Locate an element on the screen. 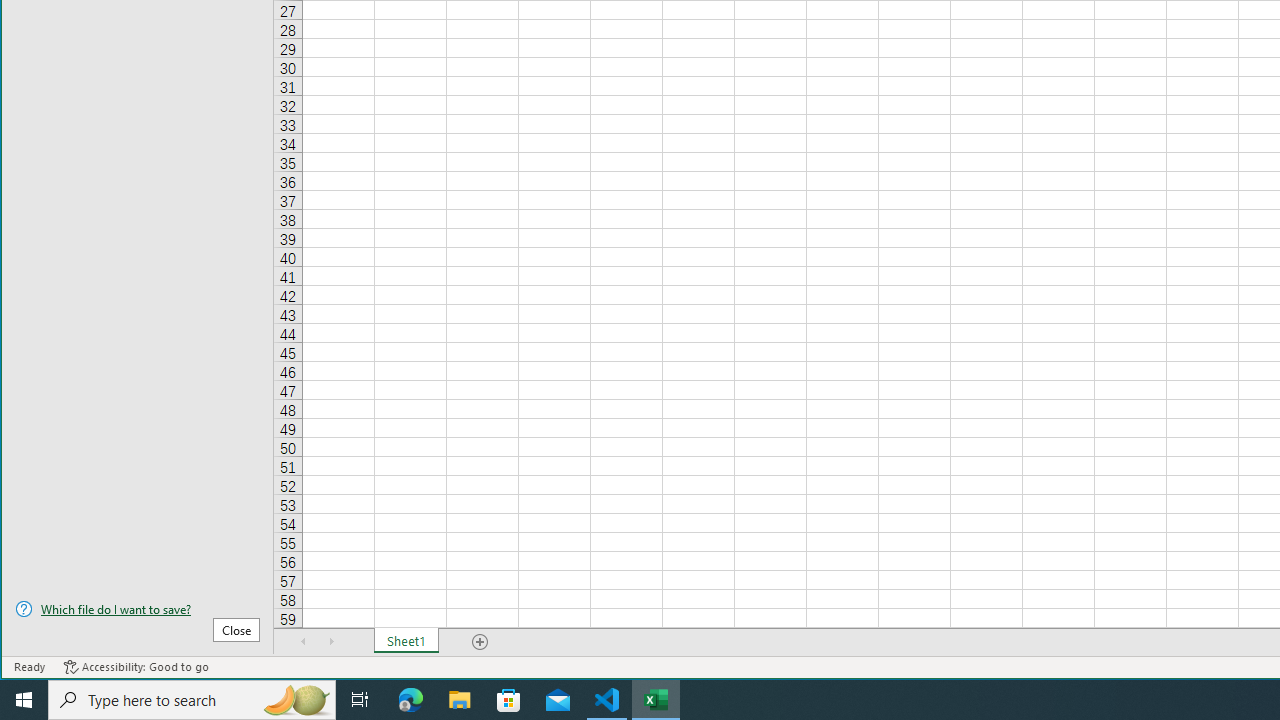 The height and width of the screenshot is (720, 1280). 'Excel - 1 running window' is located at coordinates (656, 698).